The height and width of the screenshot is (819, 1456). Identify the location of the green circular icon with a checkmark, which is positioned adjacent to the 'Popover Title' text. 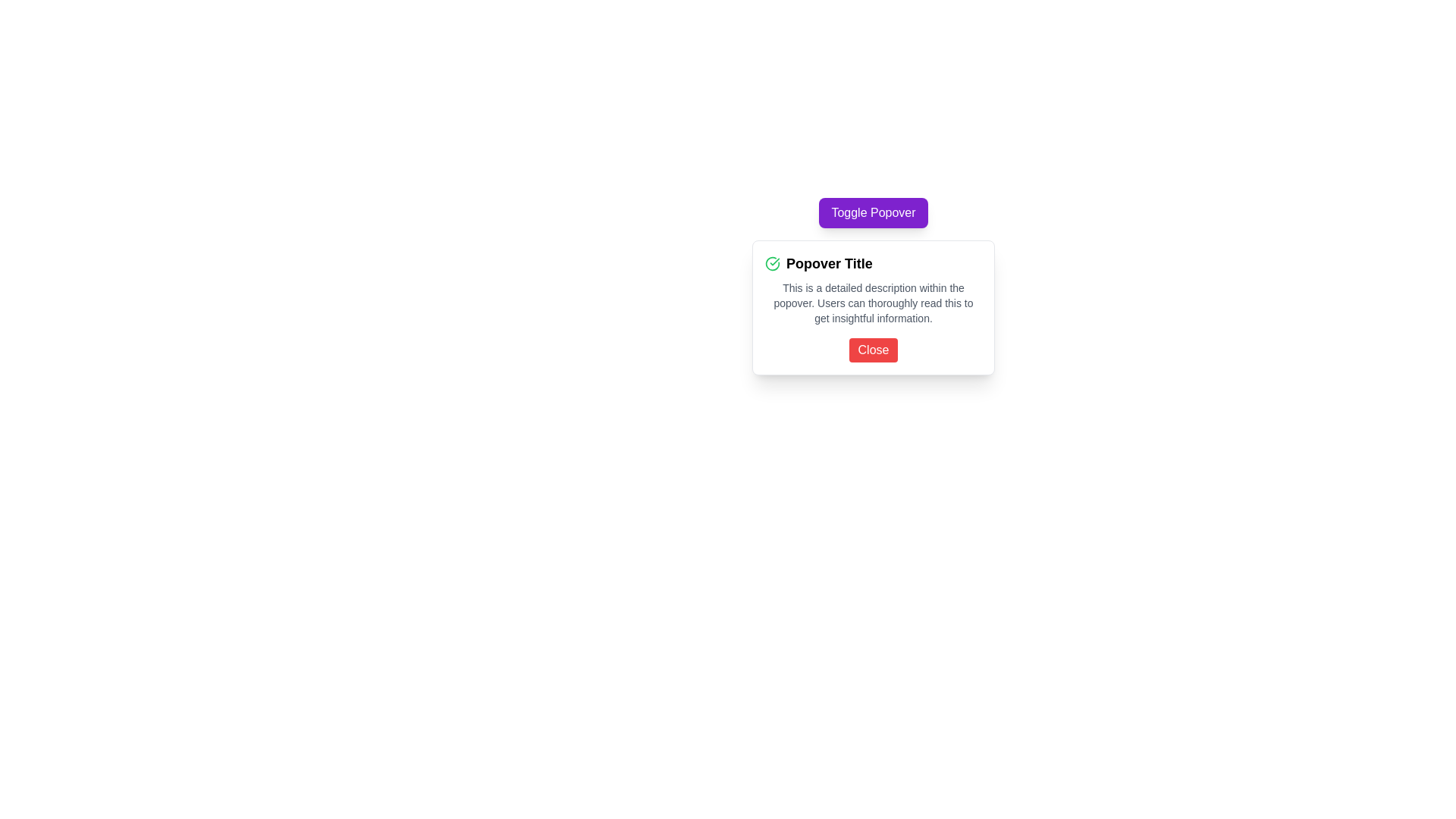
(772, 262).